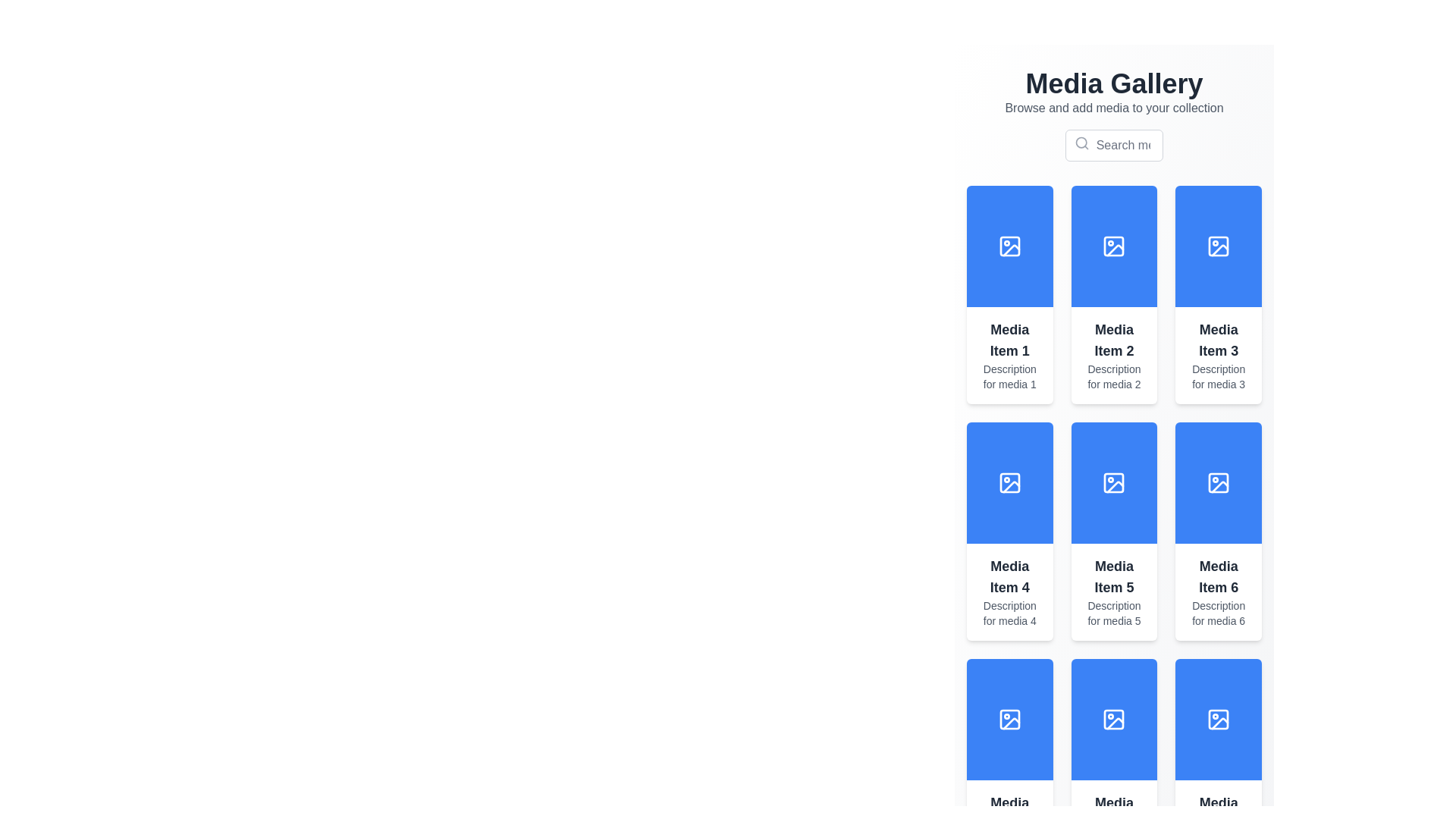 This screenshot has width=1456, height=819. What do you see at coordinates (1219, 482) in the screenshot?
I see `the icon element, which is a small image icon with a circular object within a white frame against a blue background, located in the top half of the tile labeled 'Media Item 6' in the 'Media Gallery'` at bounding box center [1219, 482].